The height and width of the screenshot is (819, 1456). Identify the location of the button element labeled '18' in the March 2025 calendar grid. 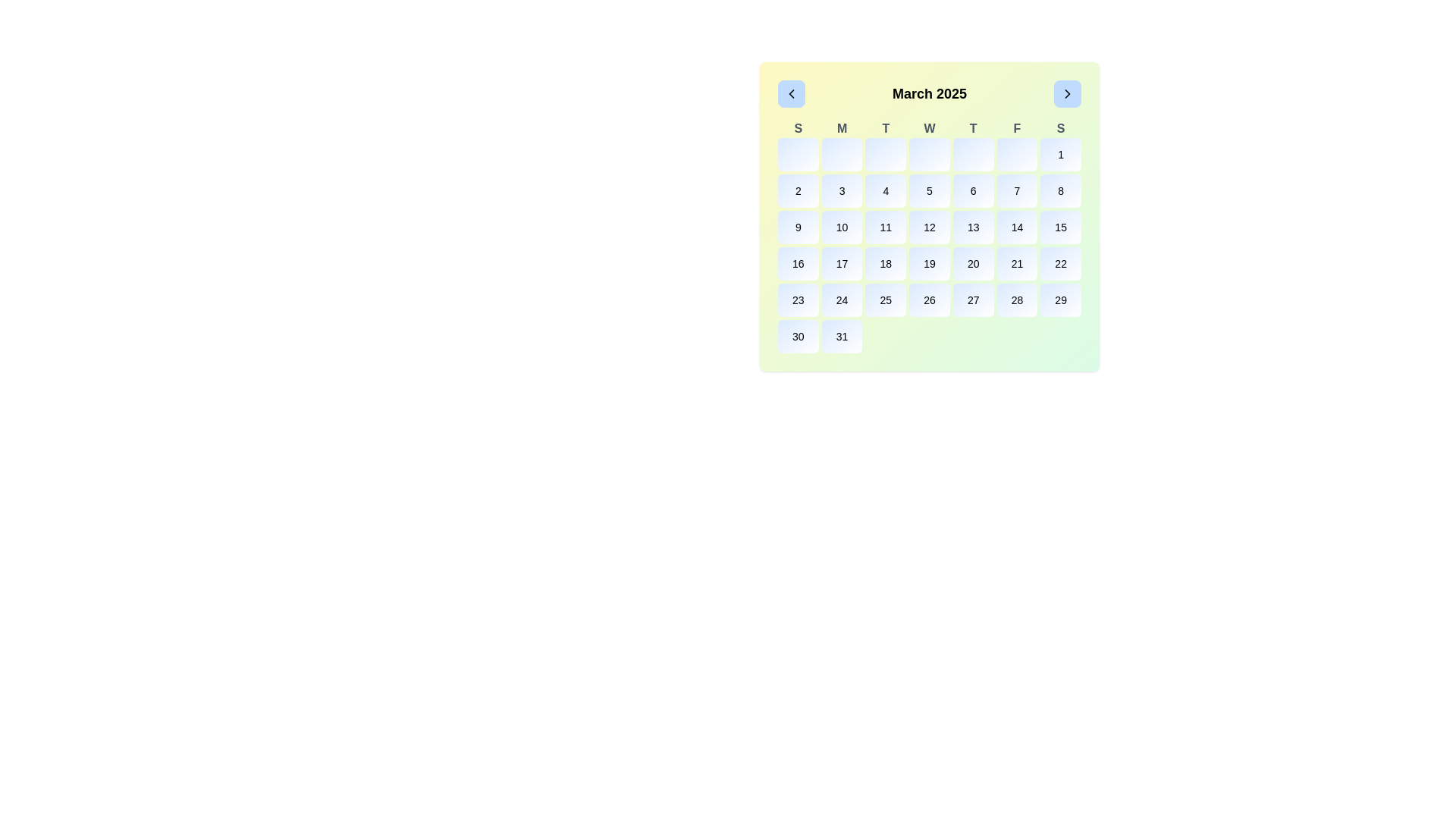
(886, 262).